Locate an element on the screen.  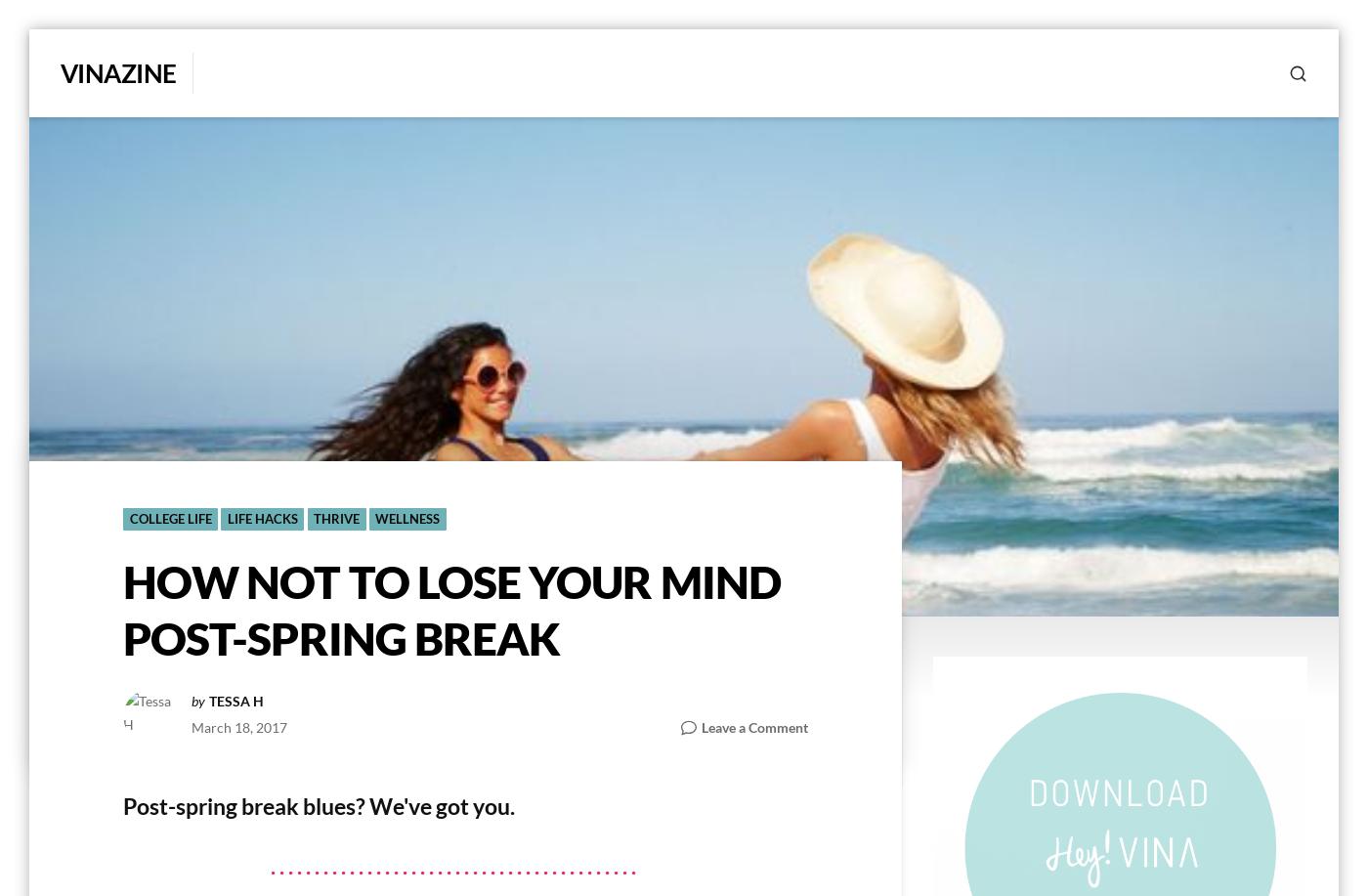
'Wellness' is located at coordinates (375, 519).